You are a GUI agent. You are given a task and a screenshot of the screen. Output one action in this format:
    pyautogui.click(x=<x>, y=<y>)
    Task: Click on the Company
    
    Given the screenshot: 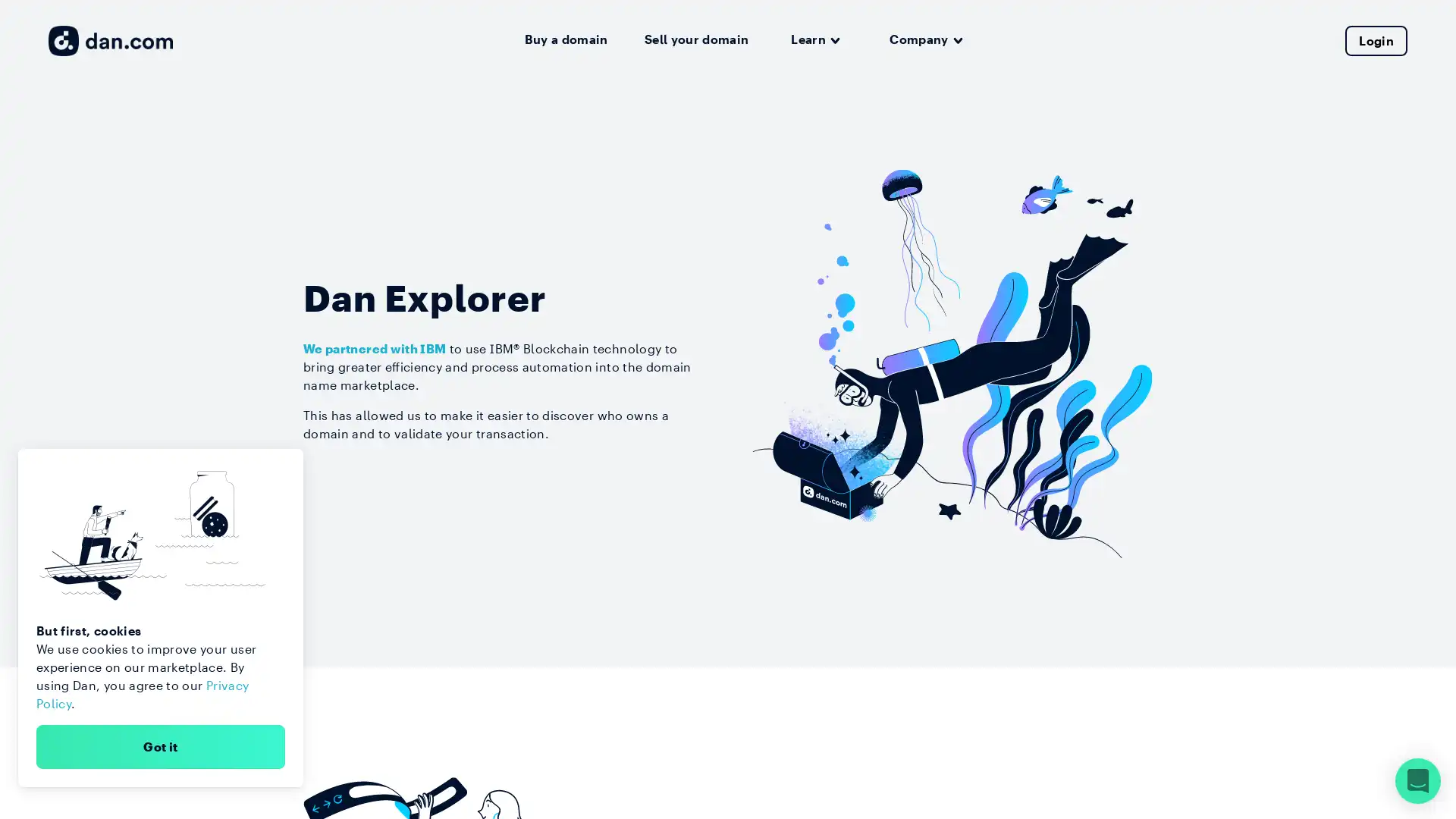 What is the action you would take?
    pyautogui.click(x=925, y=39)
    